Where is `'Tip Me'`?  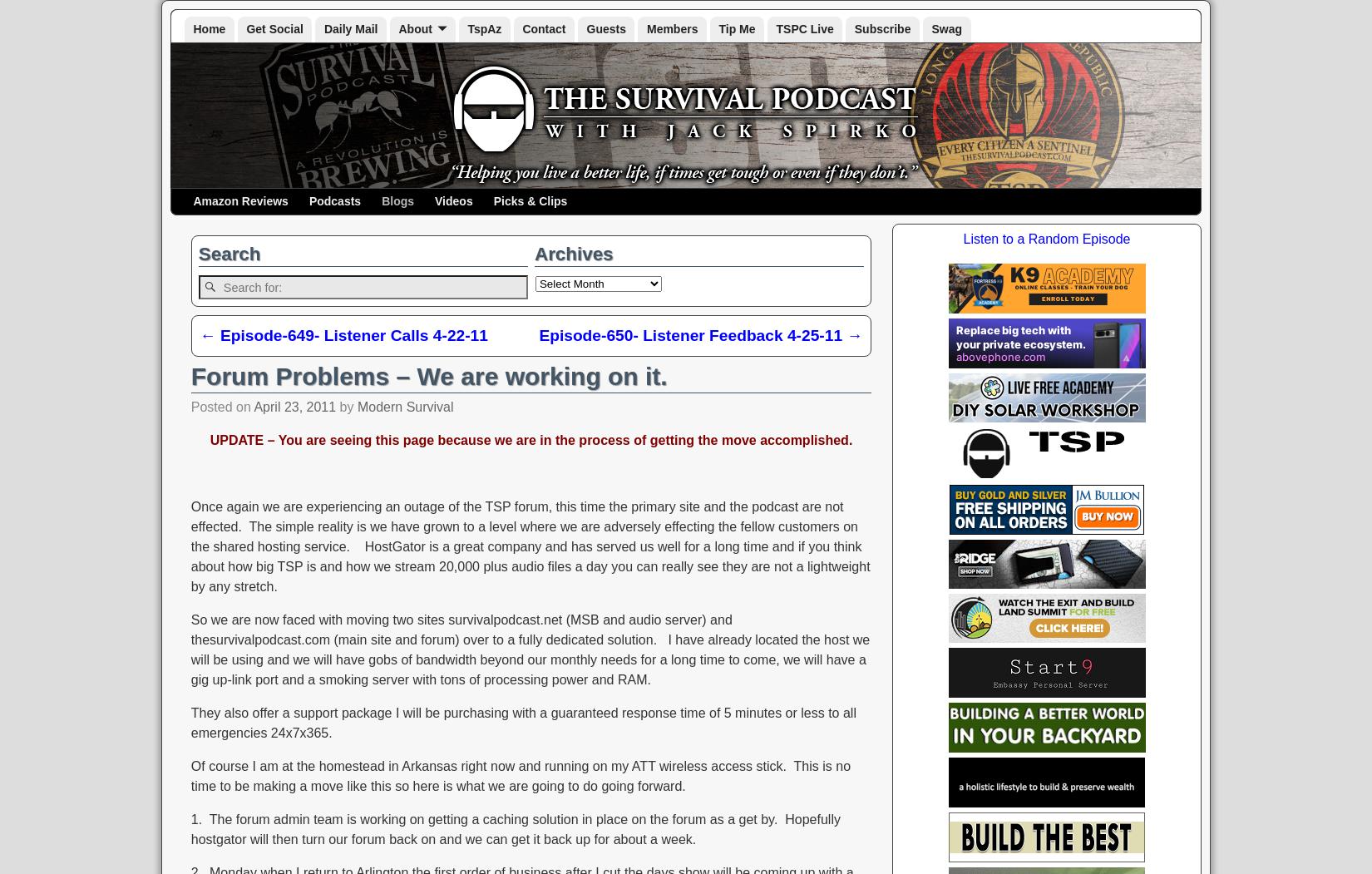
'Tip Me' is located at coordinates (737, 28).